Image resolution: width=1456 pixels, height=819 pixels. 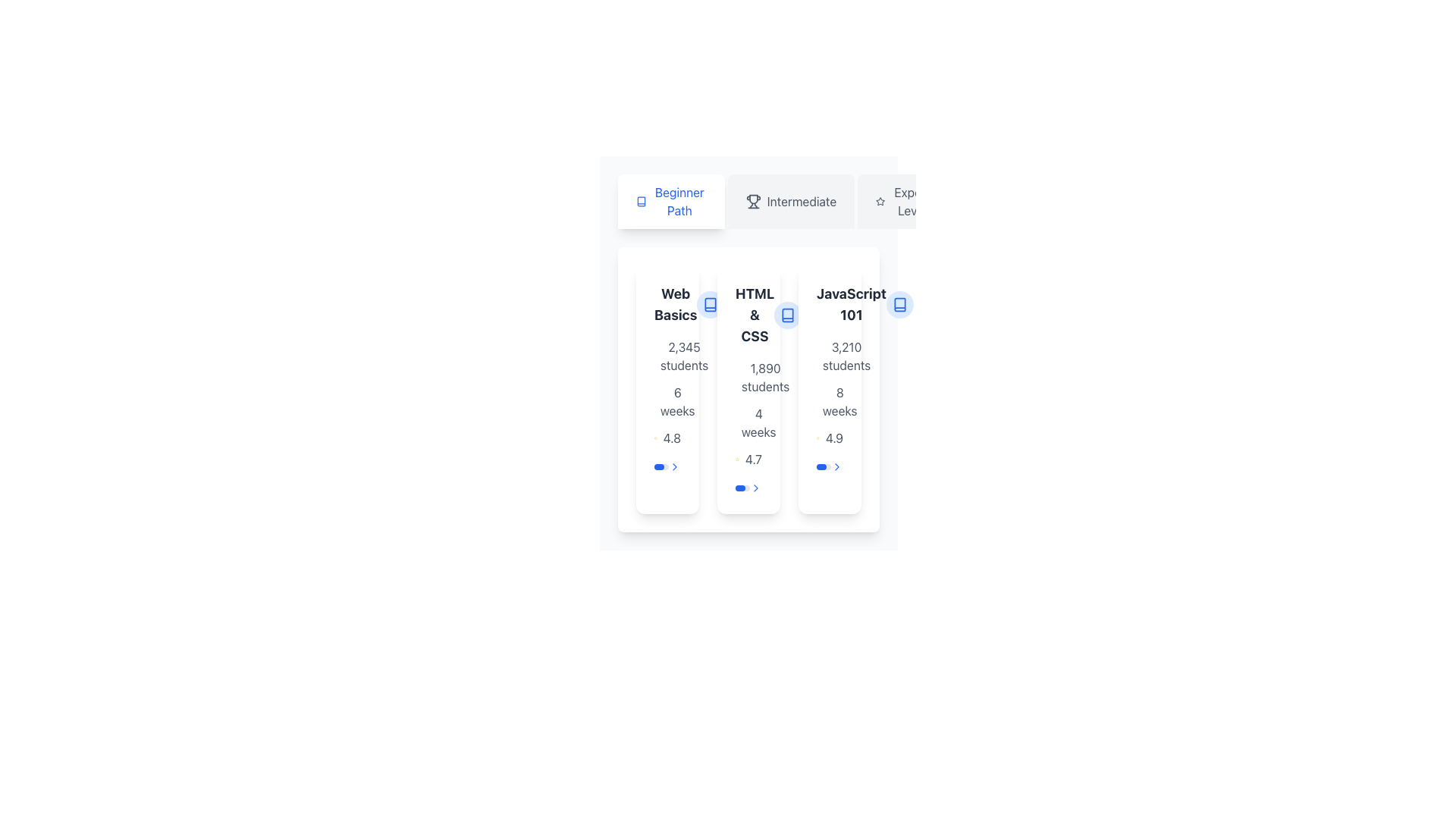 What do you see at coordinates (748, 388) in the screenshot?
I see `keyboard navigation` at bounding box center [748, 388].